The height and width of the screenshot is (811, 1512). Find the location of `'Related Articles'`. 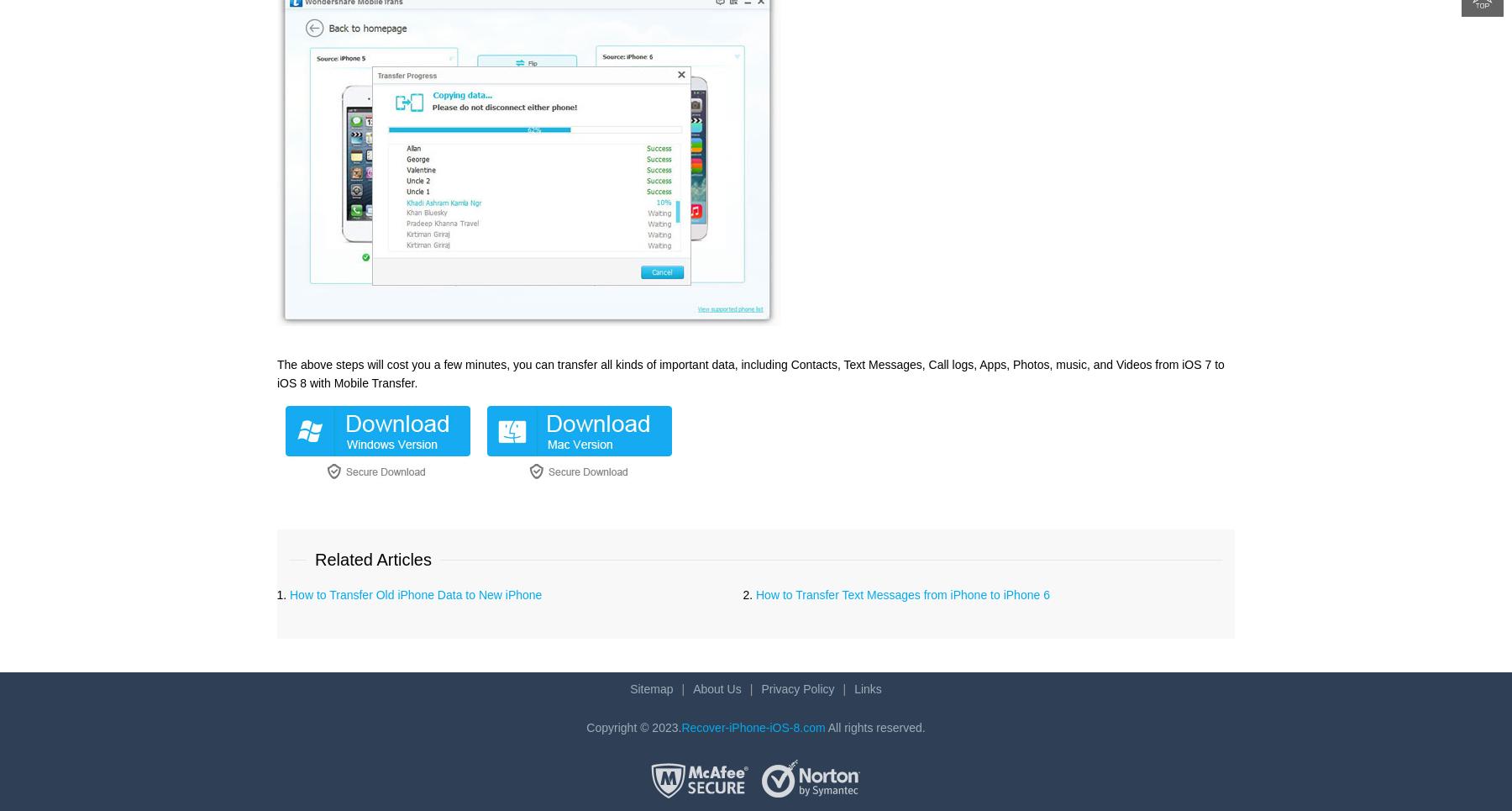

'Related Articles' is located at coordinates (373, 558).